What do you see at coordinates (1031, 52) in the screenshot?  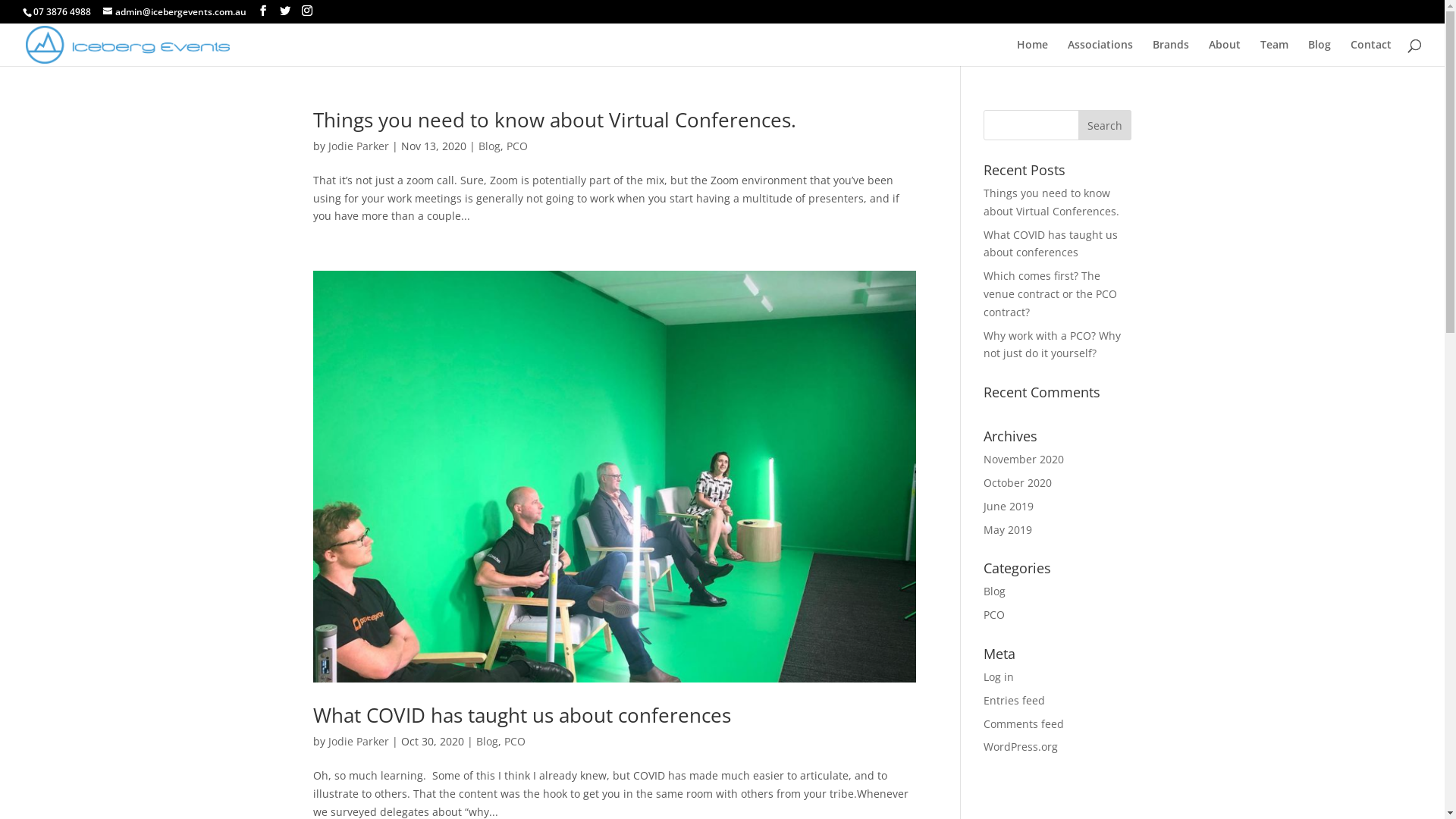 I see `'Home'` at bounding box center [1031, 52].